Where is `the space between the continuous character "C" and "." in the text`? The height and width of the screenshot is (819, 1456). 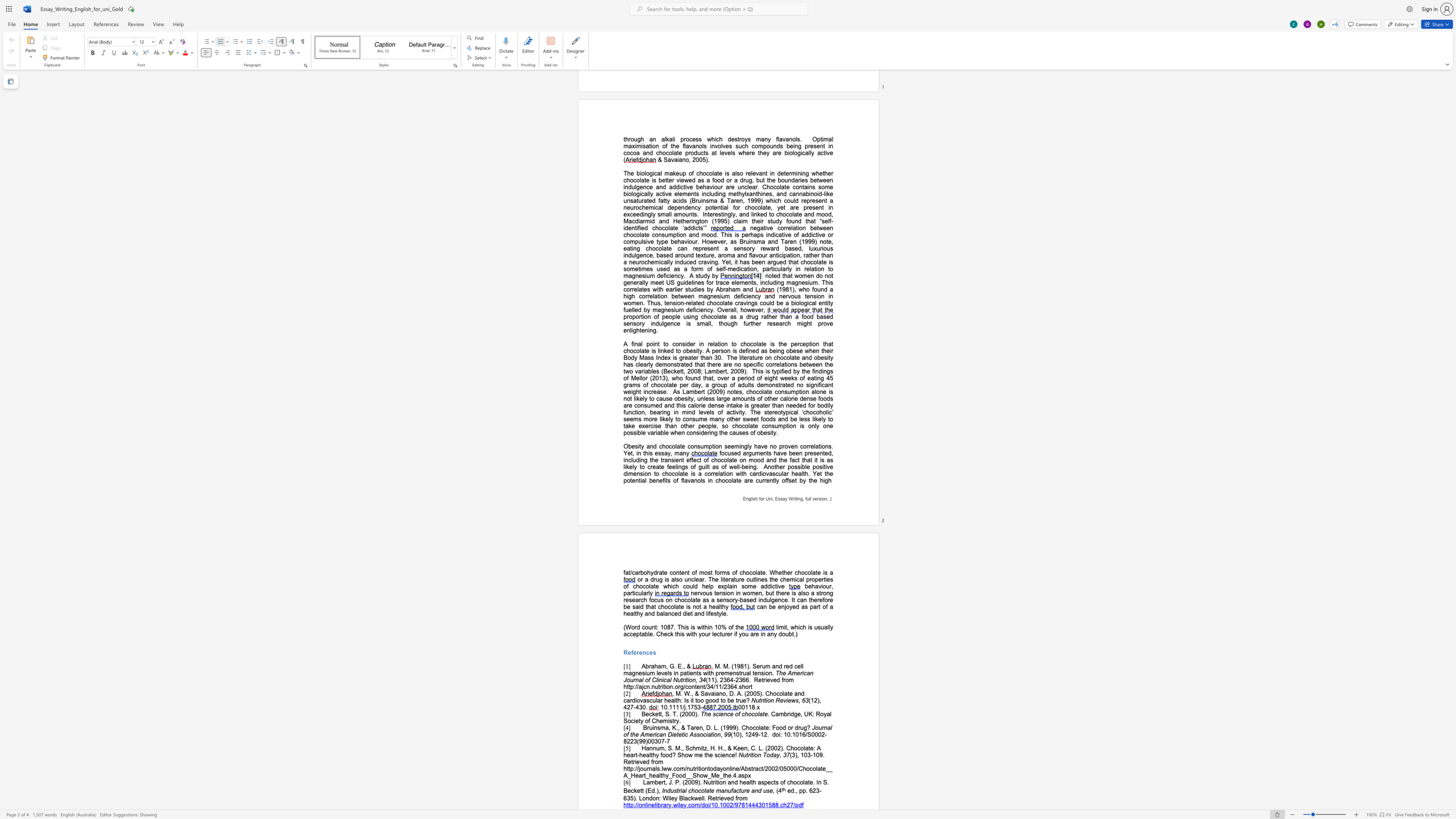 the space between the continuous character "C" and "." in the text is located at coordinates (754, 747).